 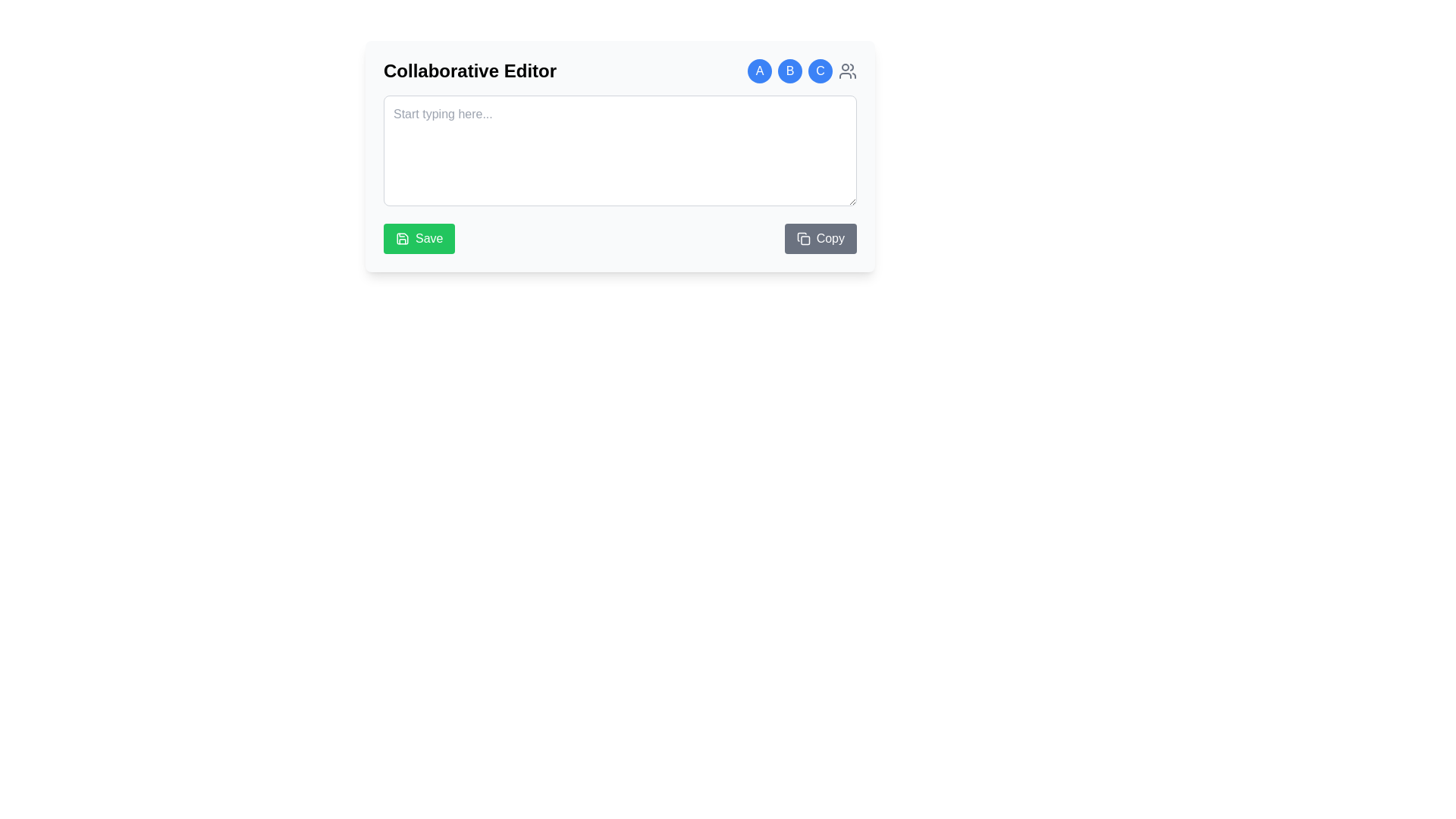 What do you see at coordinates (820, 239) in the screenshot?
I see `the 'Copy' button, which has a gray background that darkens on hover and features white text with an icon of overlapping sheets of paper to the left` at bounding box center [820, 239].